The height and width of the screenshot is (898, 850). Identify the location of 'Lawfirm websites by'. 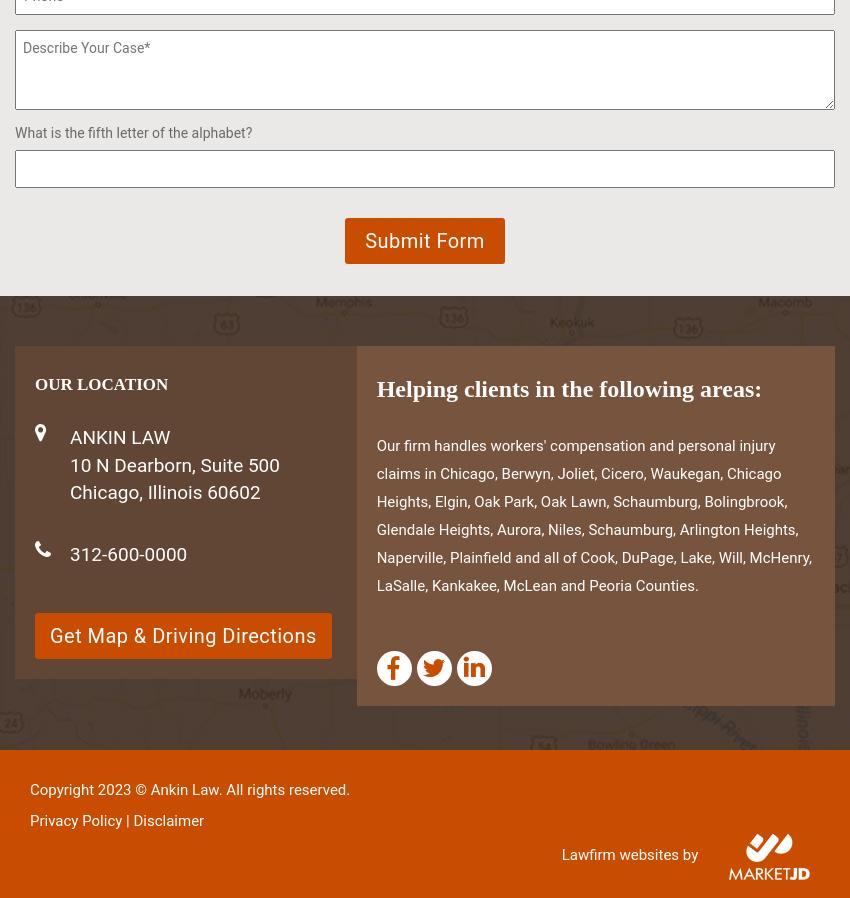
(630, 854).